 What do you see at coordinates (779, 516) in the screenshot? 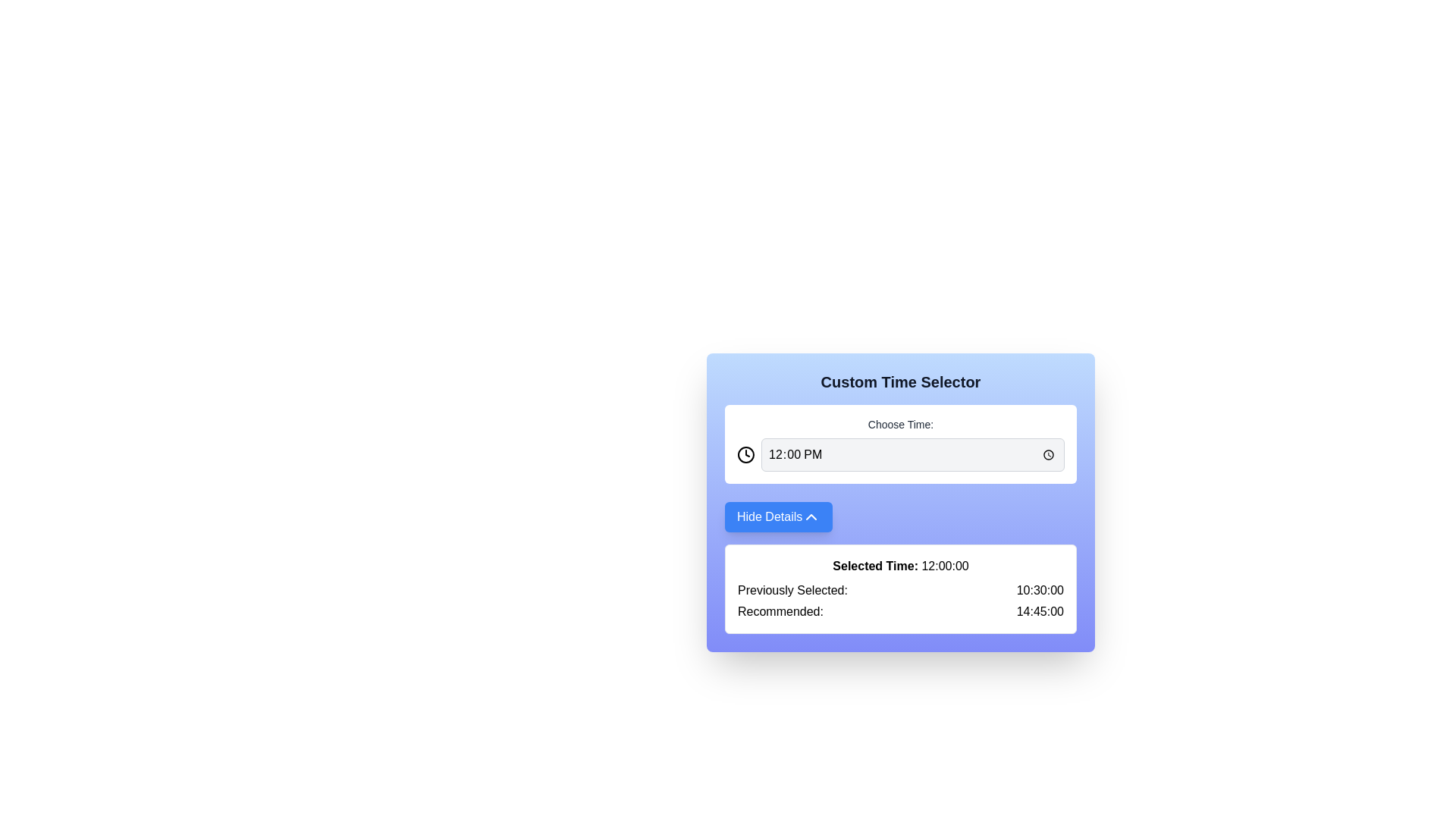
I see `the toggle button located below the 'Choose Time' section to change its background color` at bounding box center [779, 516].